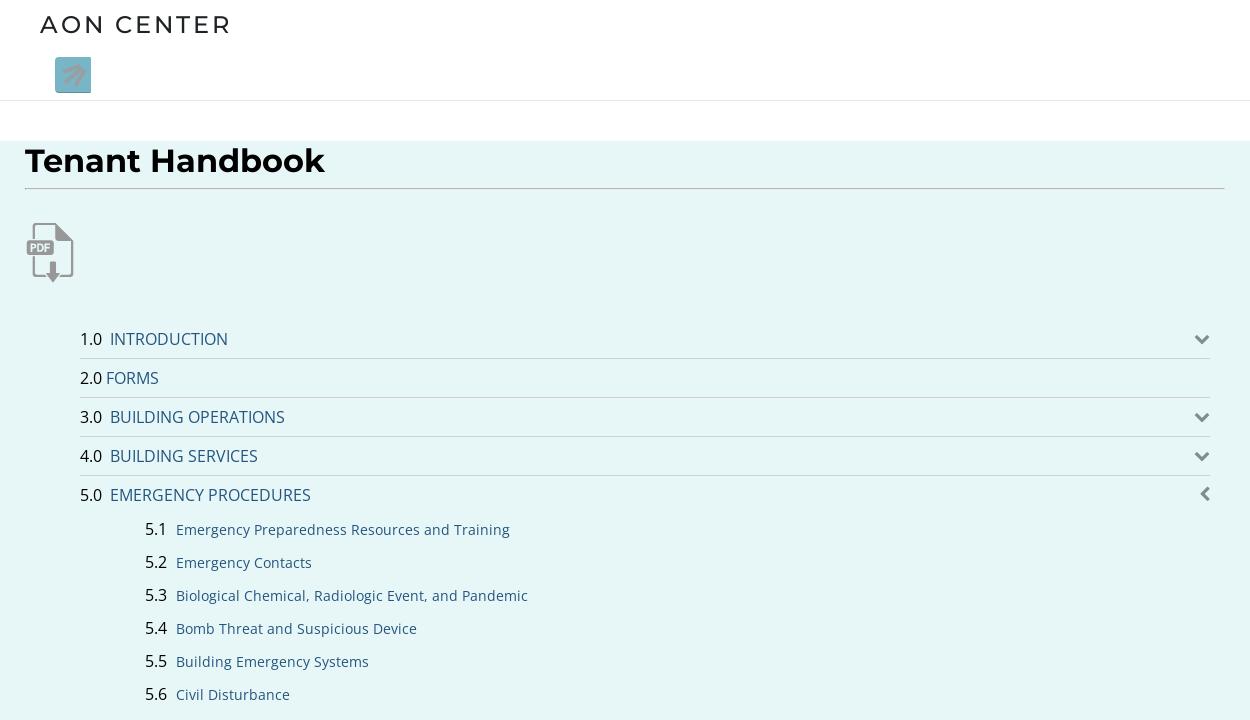 The image size is (1250, 720). I want to click on 'Emergency Procedures', so click(209, 495).